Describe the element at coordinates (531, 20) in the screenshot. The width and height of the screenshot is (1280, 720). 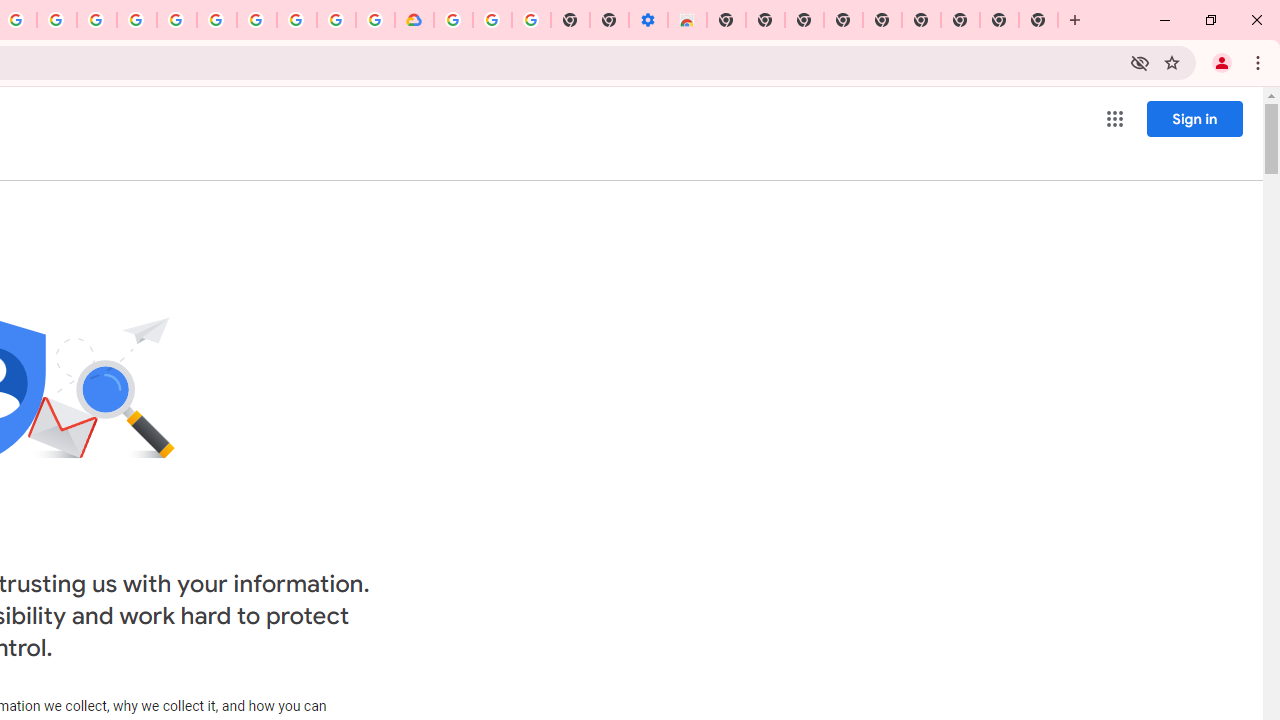
I see `'Turn cookies on or off - Computer - Google Account Help'` at that location.